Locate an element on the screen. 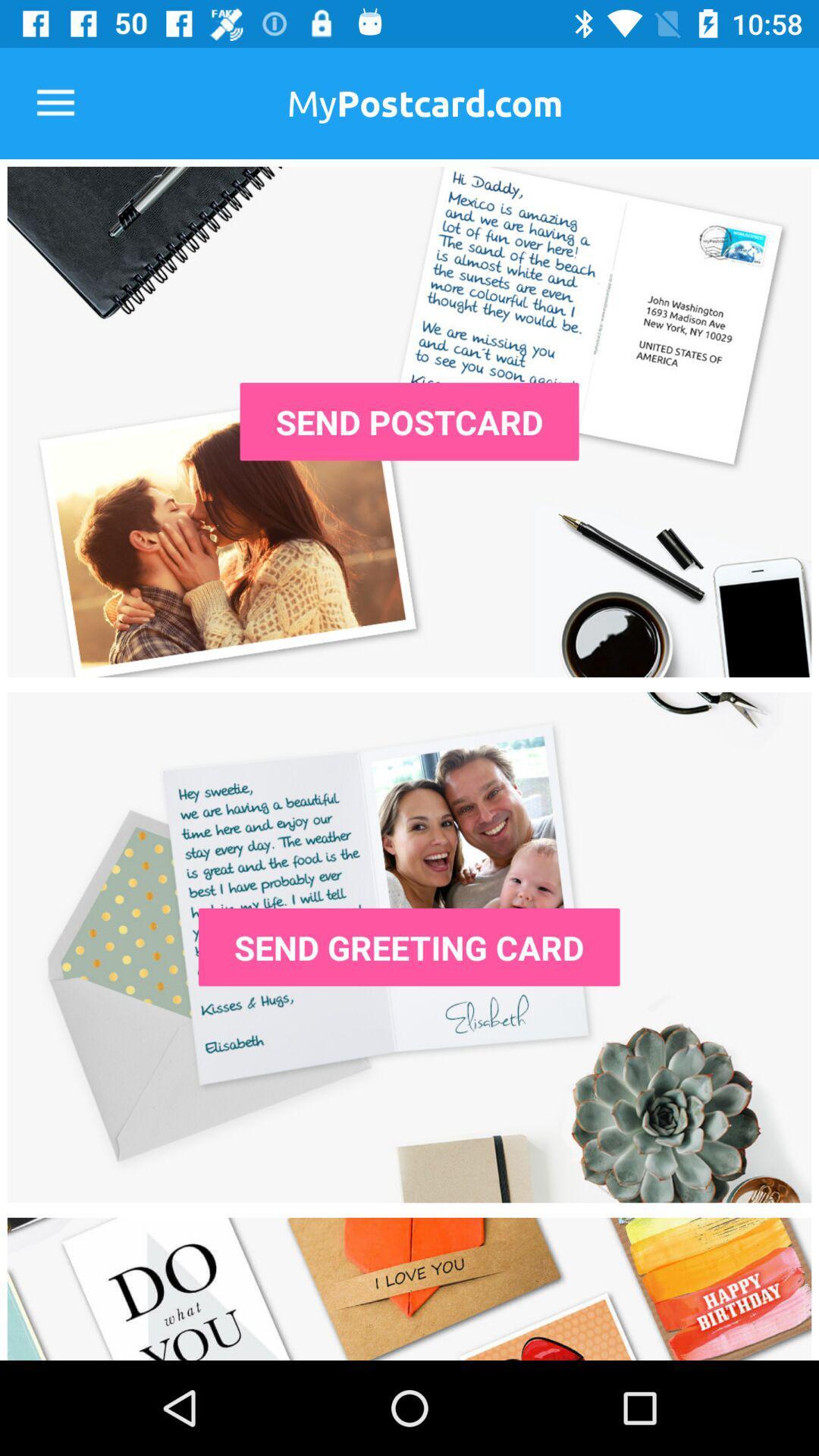 This screenshot has height=1456, width=819. swith for send card is located at coordinates (409, 946).